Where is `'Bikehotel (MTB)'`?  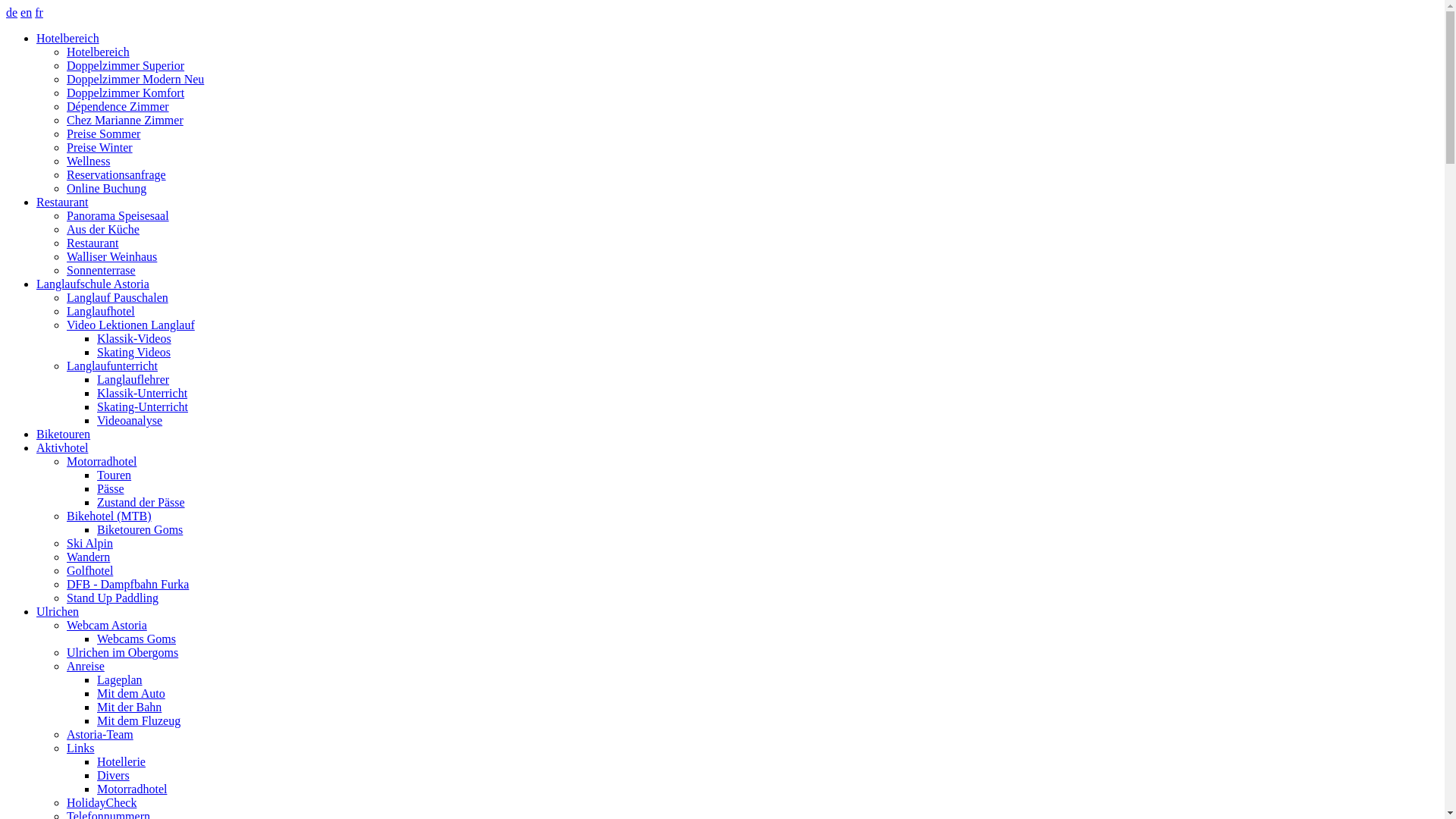
'Bikehotel (MTB)' is located at coordinates (108, 515).